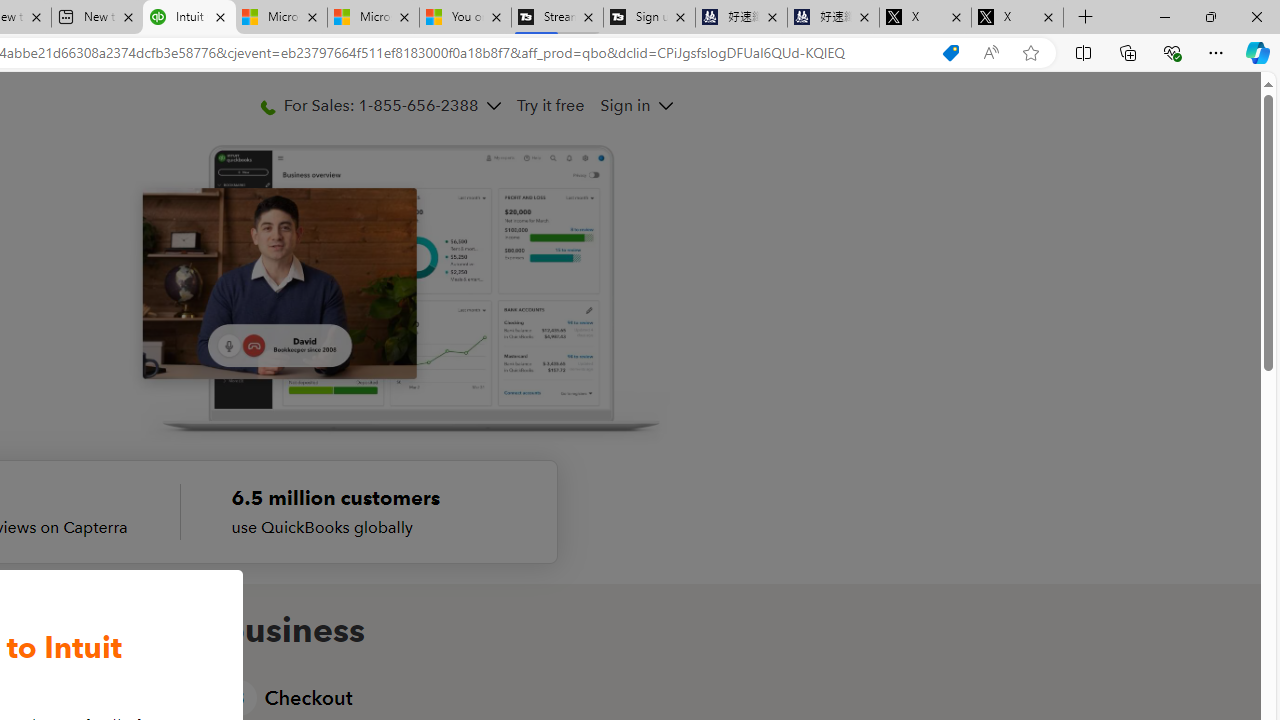  Describe the element at coordinates (279, 17) in the screenshot. I see `'Microsoft Start Sports'` at that location.